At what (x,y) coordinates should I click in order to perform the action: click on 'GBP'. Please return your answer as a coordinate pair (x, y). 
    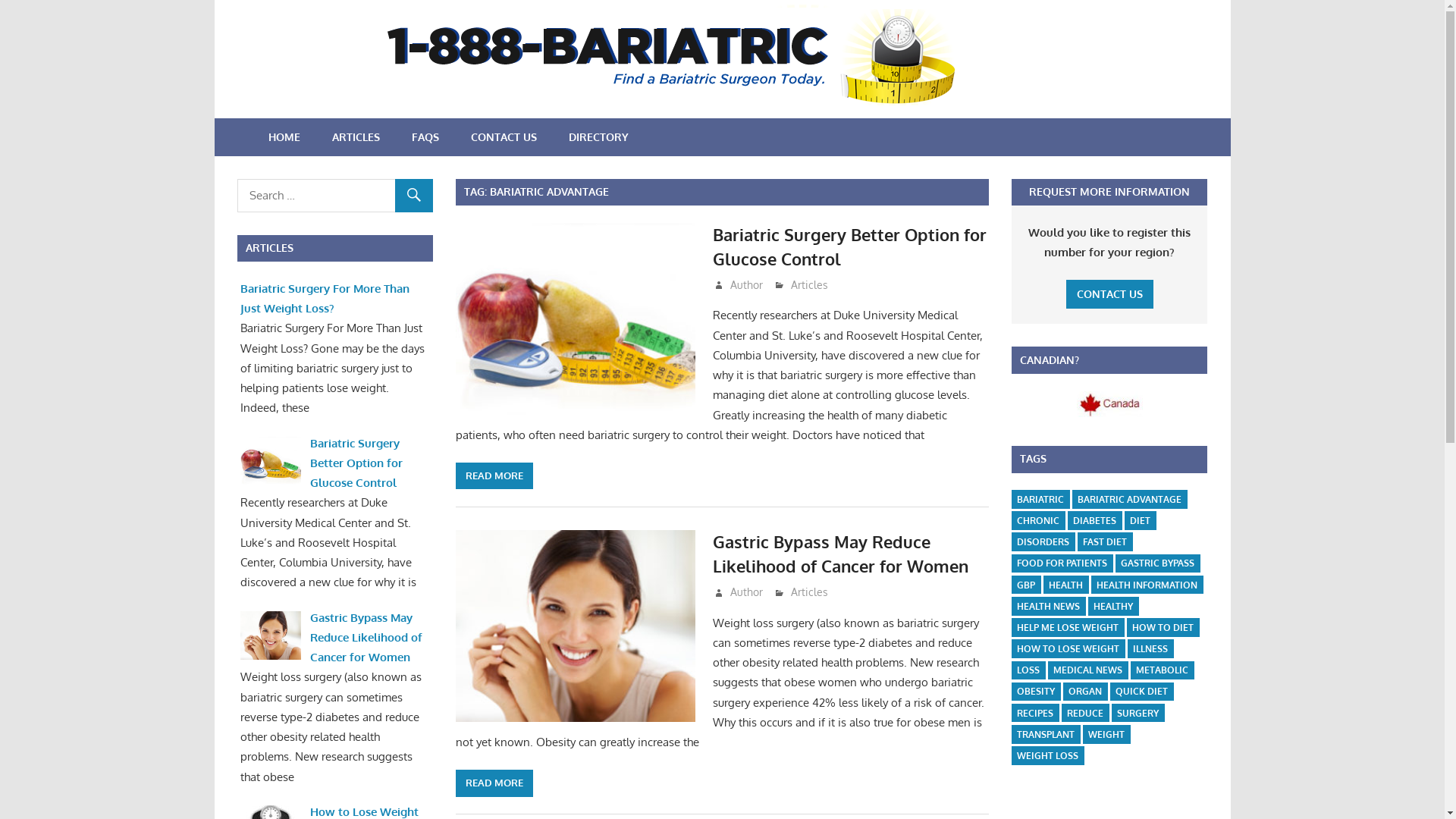
    Looking at the image, I should click on (1012, 584).